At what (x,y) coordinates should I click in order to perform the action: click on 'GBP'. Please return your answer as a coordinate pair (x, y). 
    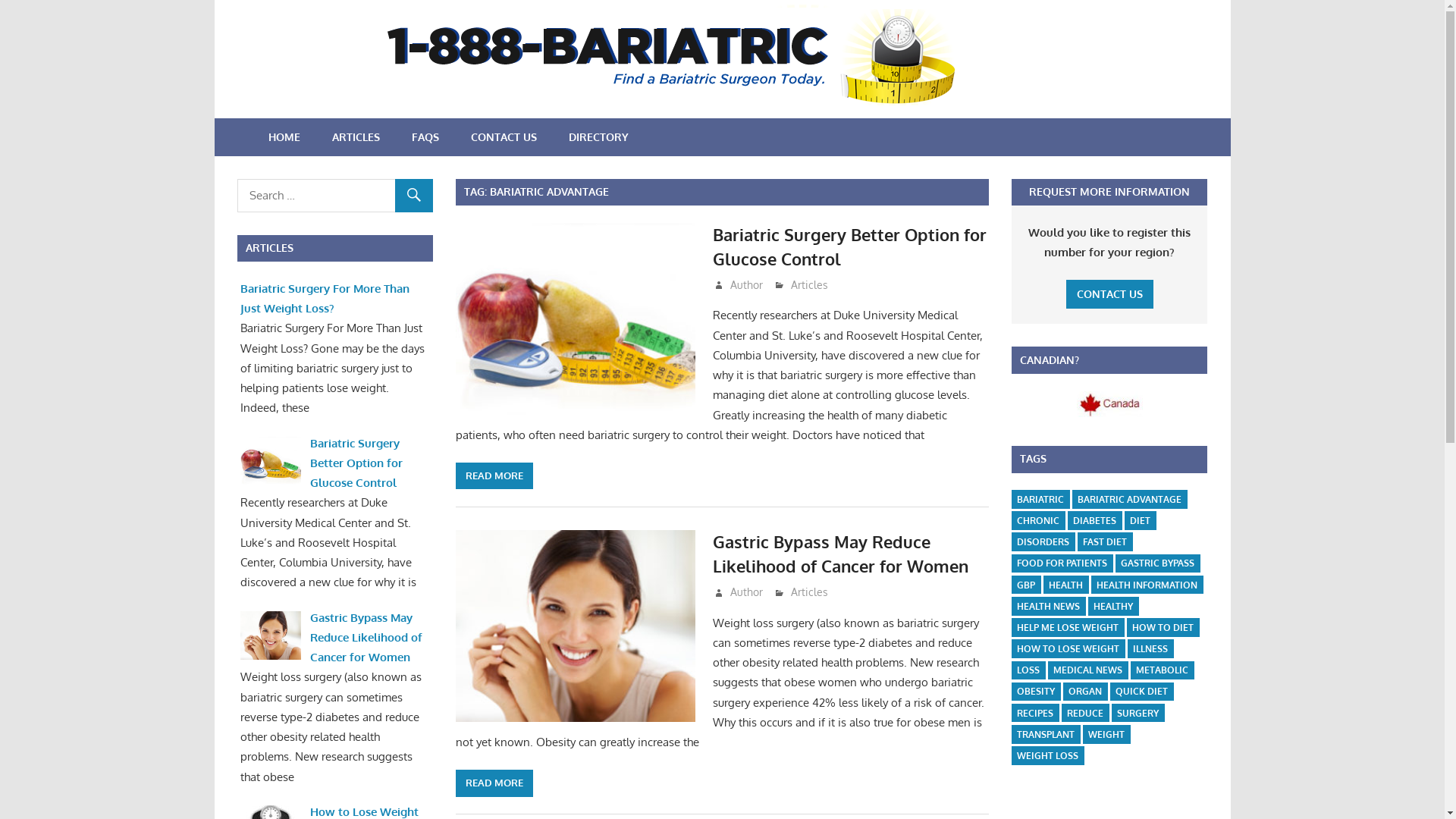
    Looking at the image, I should click on (1012, 584).